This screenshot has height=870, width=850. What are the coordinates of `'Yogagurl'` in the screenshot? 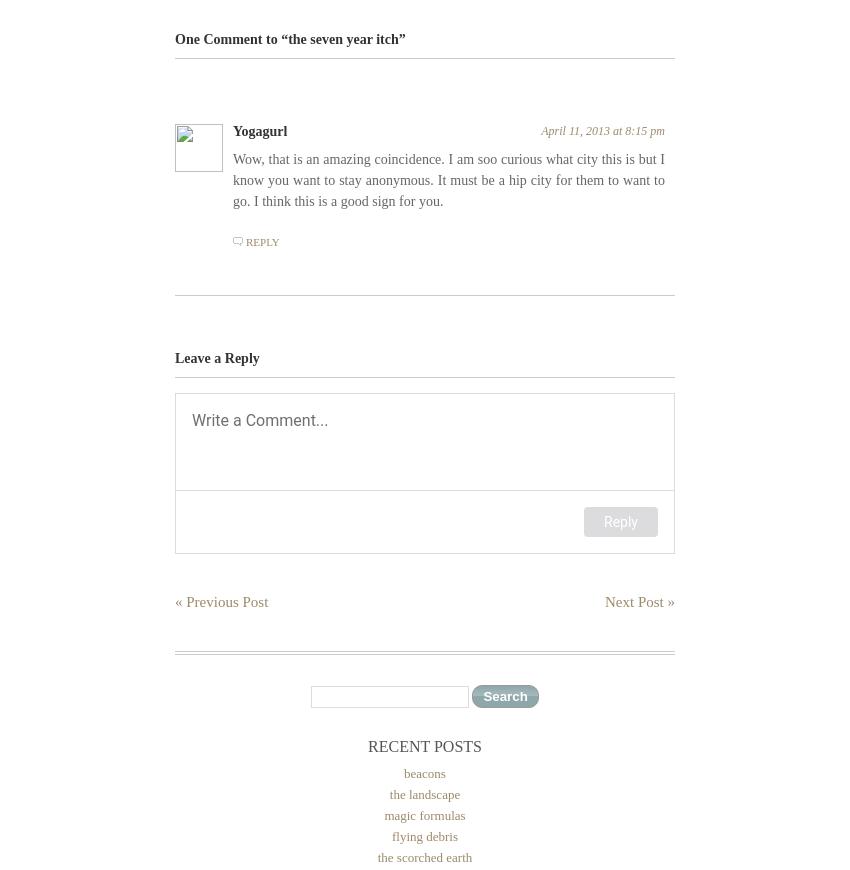 It's located at (259, 129).